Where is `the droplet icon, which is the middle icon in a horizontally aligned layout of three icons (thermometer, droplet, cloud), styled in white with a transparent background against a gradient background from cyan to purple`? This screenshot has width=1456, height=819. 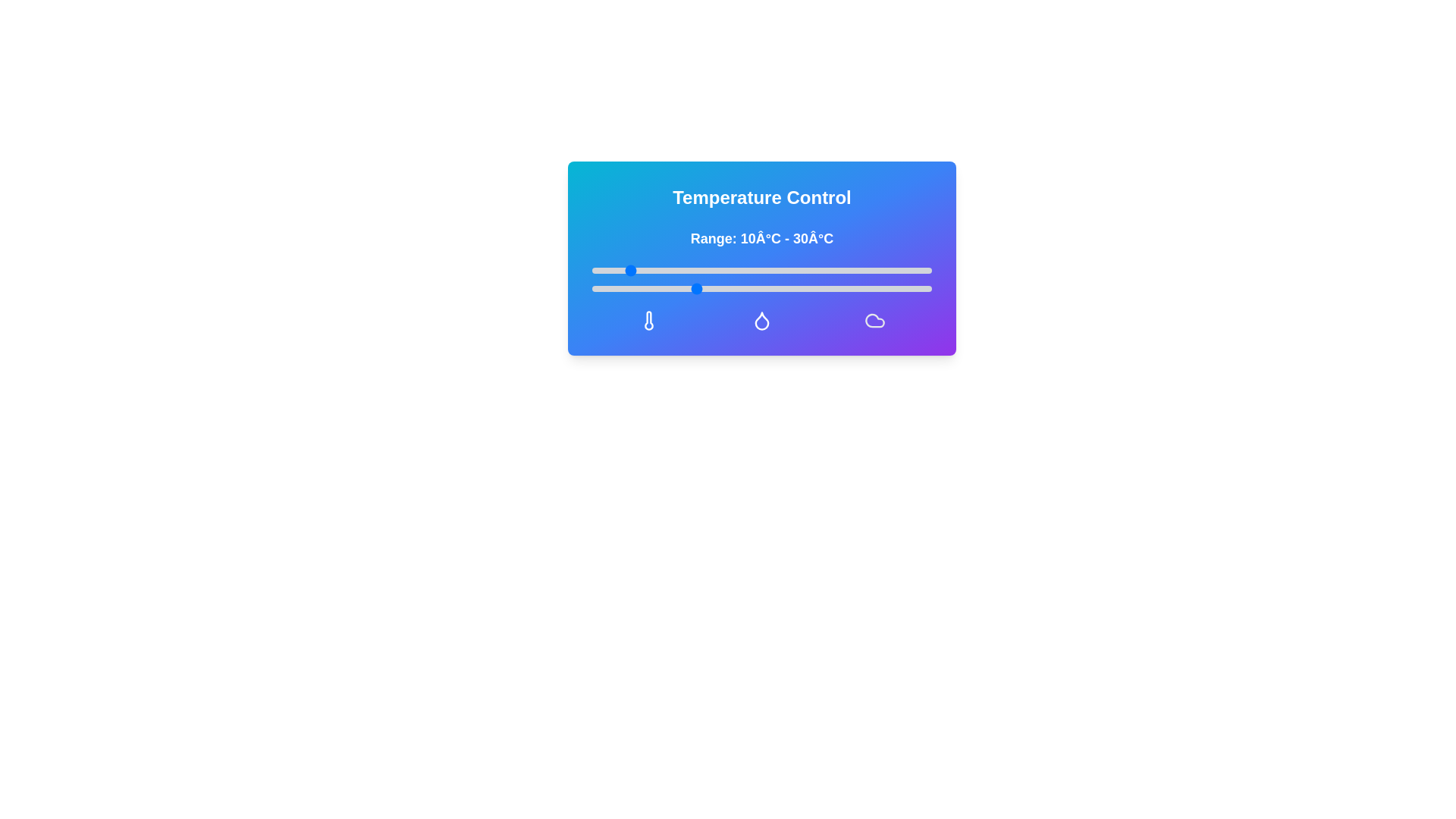 the droplet icon, which is the middle icon in a horizontally aligned layout of three icons (thermometer, droplet, cloud), styled in white with a transparent background against a gradient background from cyan to purple is located at coordinates (761, 320).